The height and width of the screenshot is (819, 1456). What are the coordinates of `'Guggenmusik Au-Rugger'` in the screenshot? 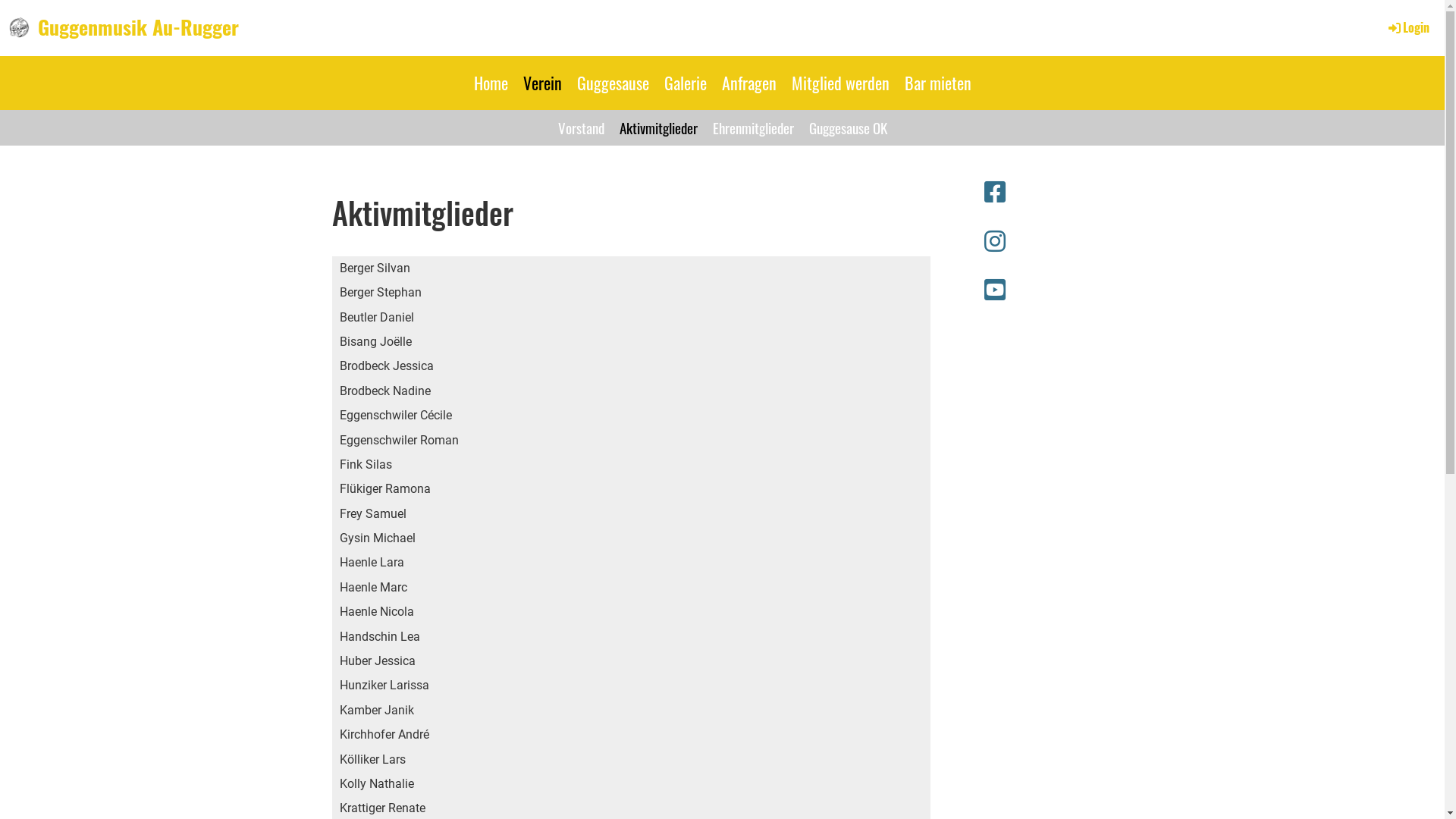 It's located at (138, 27).